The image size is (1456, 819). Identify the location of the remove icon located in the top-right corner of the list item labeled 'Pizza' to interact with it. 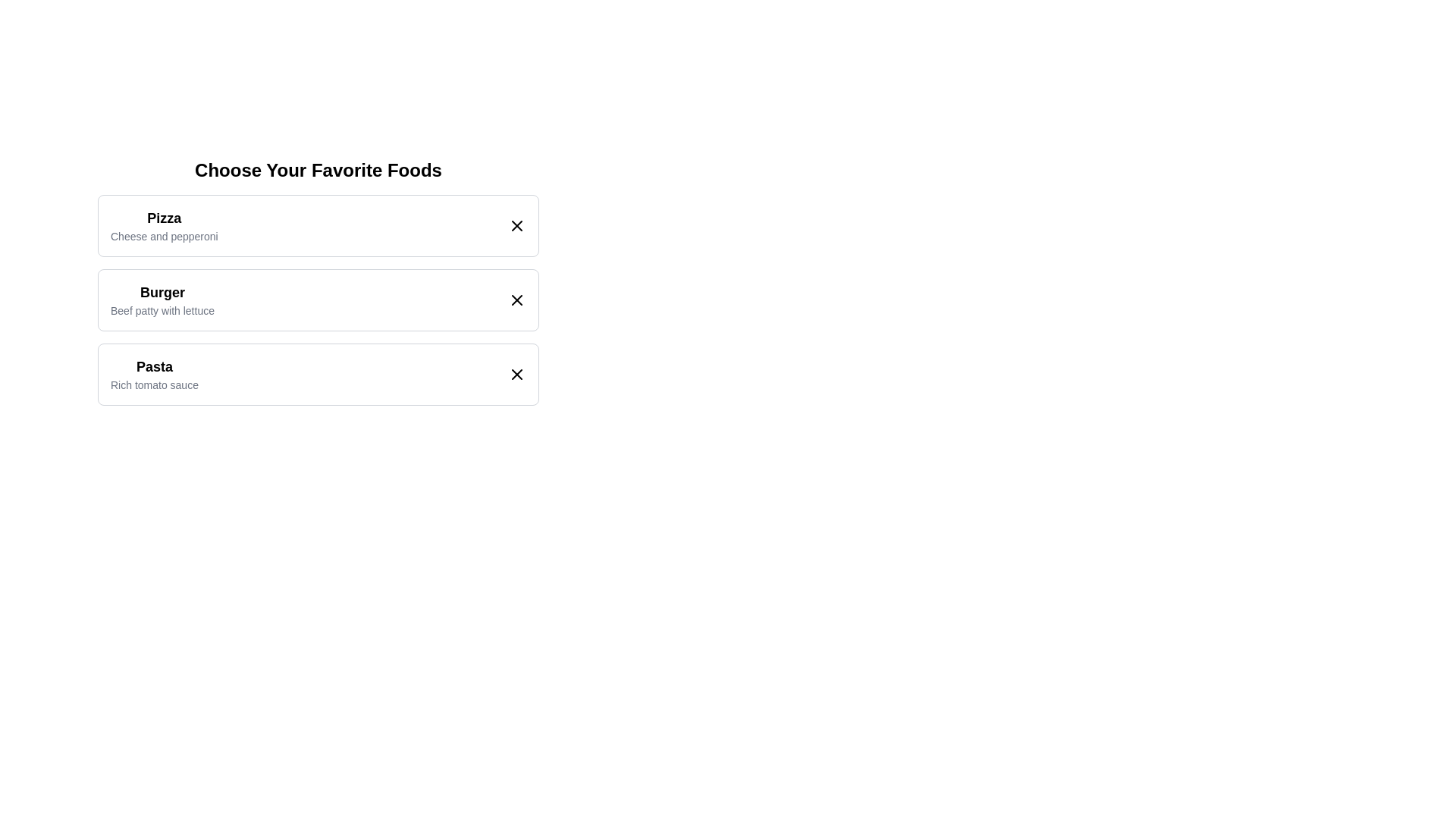
(516, 225).